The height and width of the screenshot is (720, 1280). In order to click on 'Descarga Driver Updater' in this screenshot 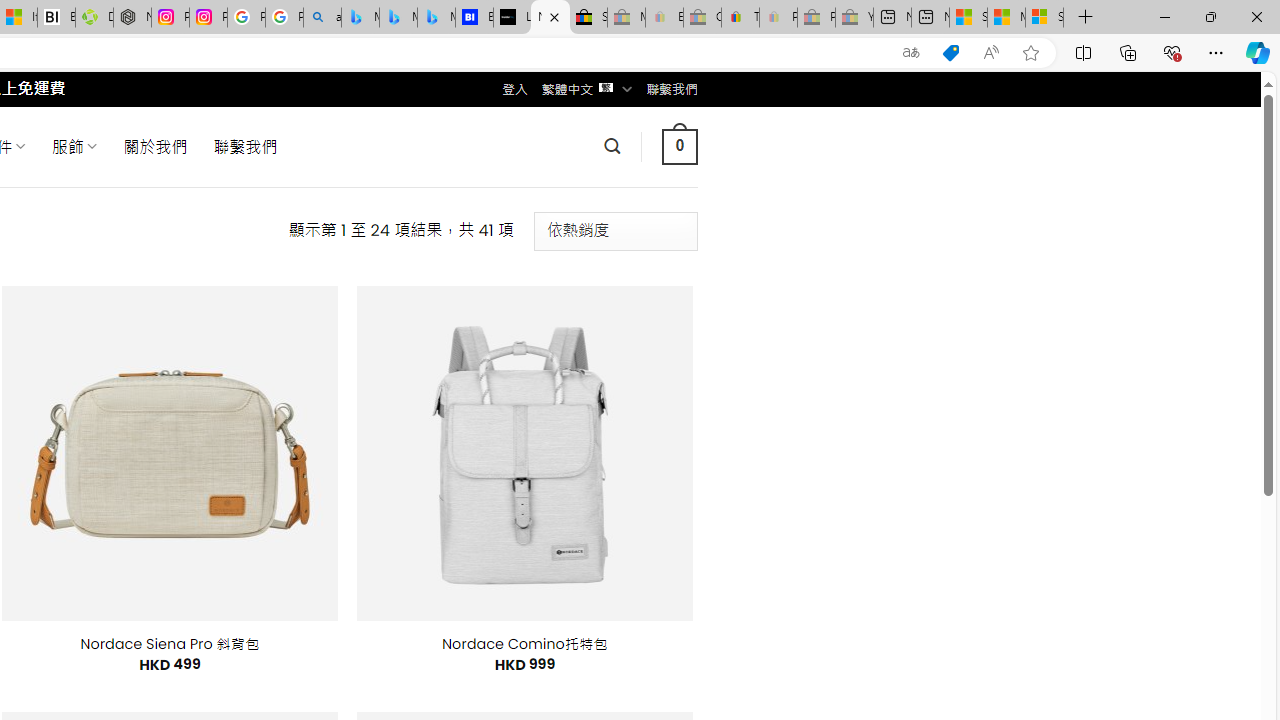, I will do `click(93, 17)`.